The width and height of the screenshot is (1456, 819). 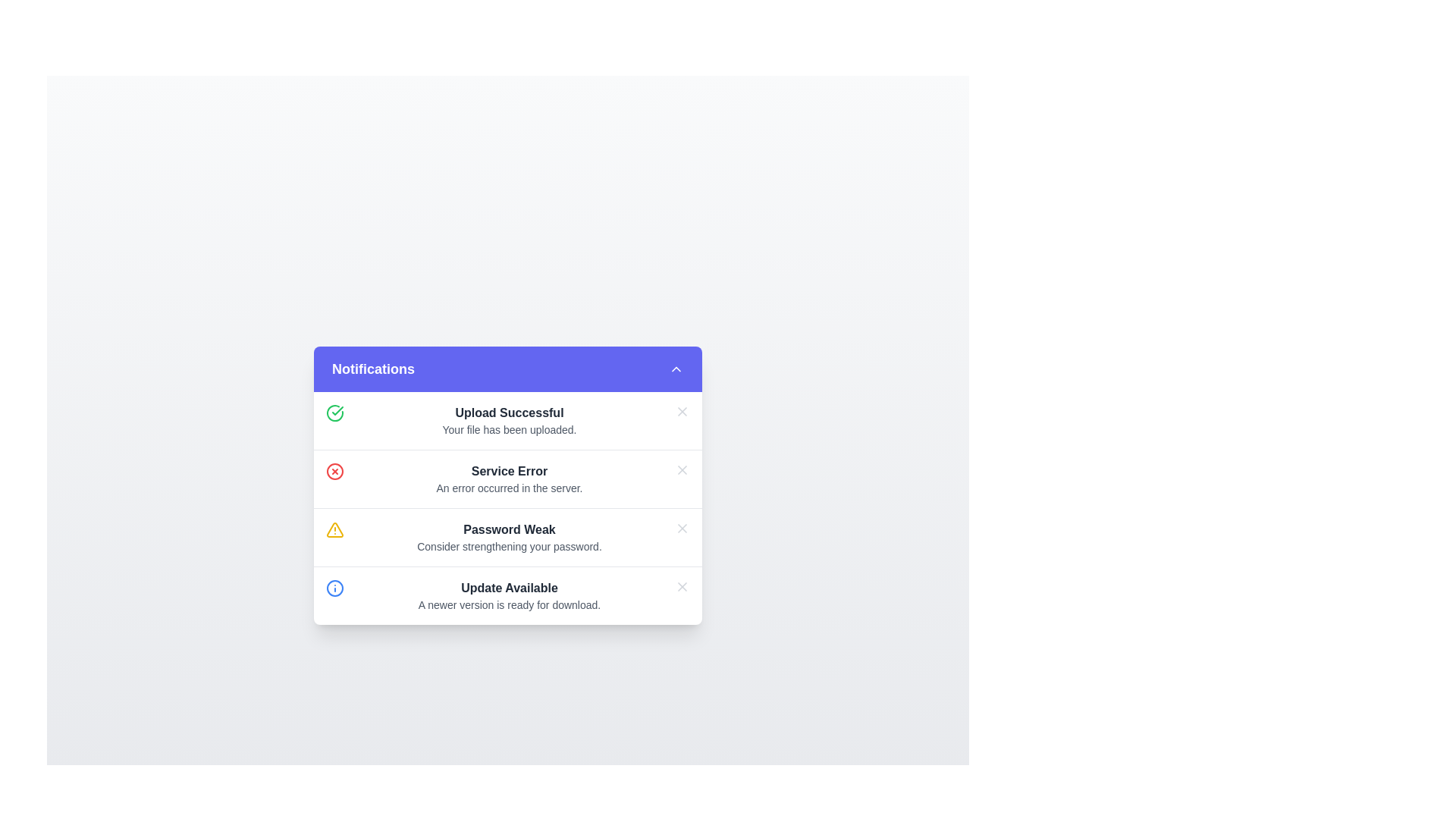 I want to click on the 'Upload Successful' text block in the Notifications panel, which includes a bold black text message and a smaller gray message, positioned centrally within the first notification item, so click(x=510, y=420).